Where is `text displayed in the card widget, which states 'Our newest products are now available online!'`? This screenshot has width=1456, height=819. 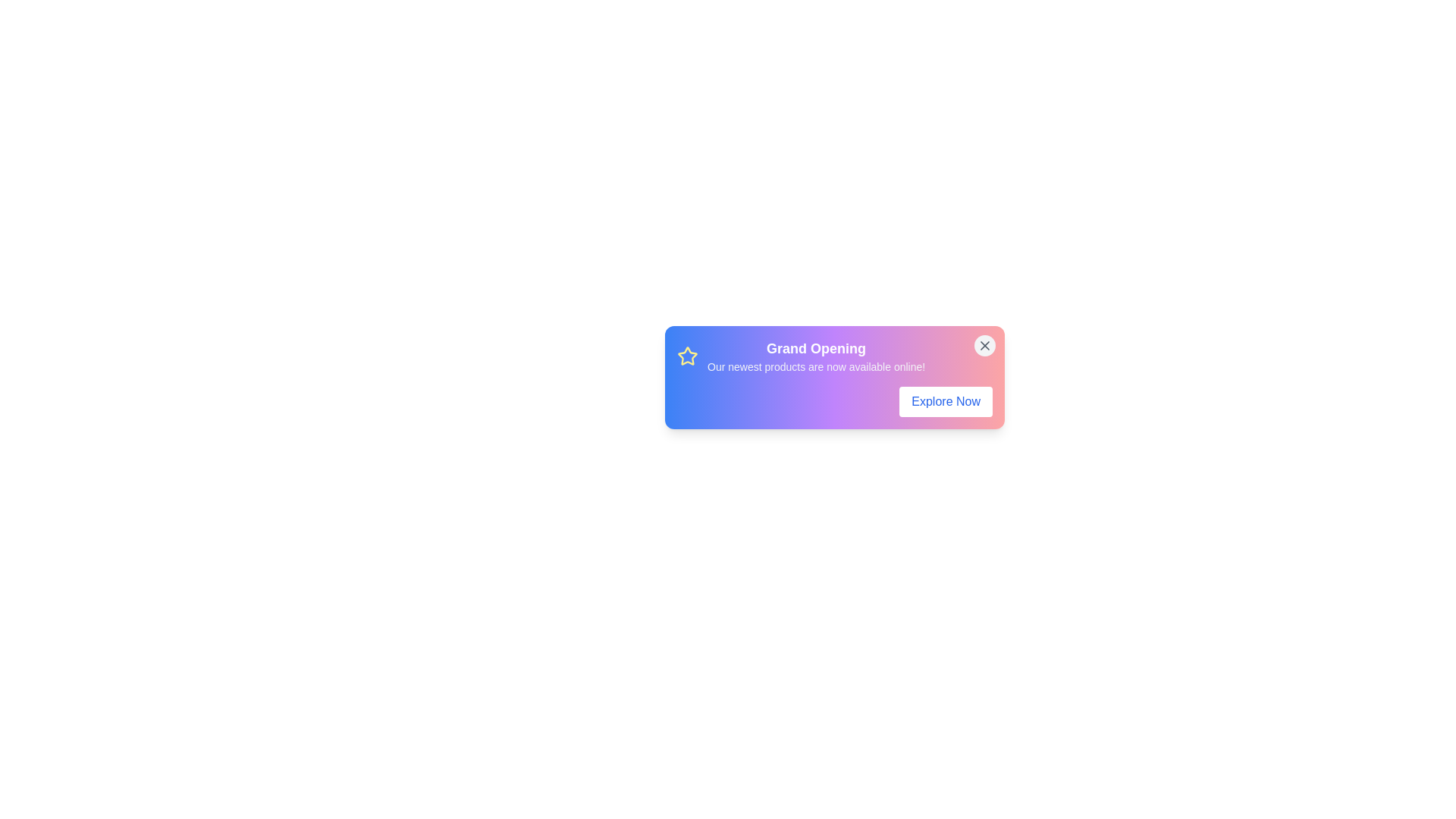 text displayed in the card widget, which states 'Our newest products are now available online!' is located at coordinates (815, 366).